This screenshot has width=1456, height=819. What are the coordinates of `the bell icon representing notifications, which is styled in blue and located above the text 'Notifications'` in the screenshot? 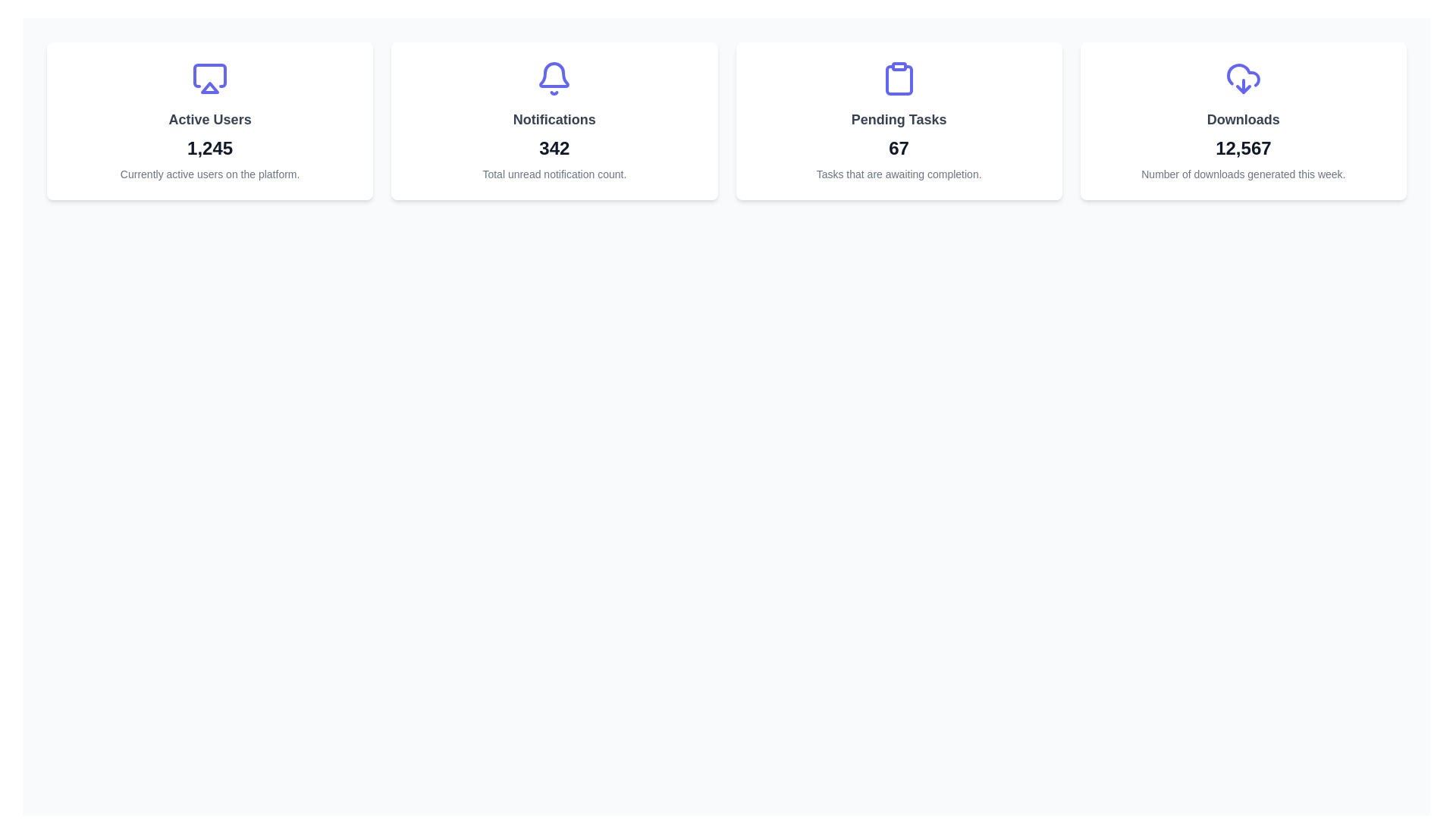 It's located at (554, 75).